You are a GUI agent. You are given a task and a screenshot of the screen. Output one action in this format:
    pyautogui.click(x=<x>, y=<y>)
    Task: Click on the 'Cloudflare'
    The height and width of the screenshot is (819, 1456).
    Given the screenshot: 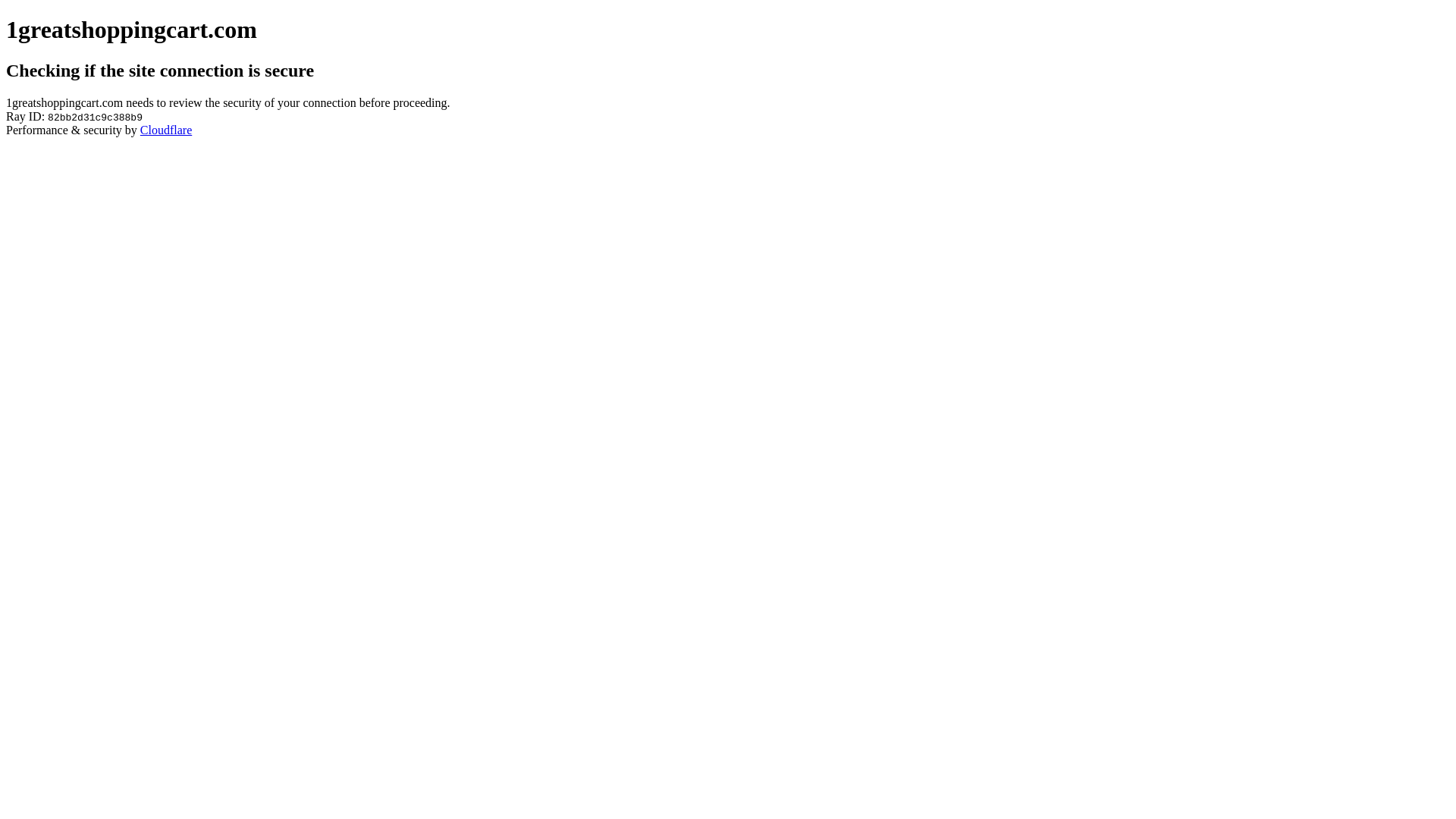 What is the action you would take?
    pyautogui.click(x=140, y=129)
    